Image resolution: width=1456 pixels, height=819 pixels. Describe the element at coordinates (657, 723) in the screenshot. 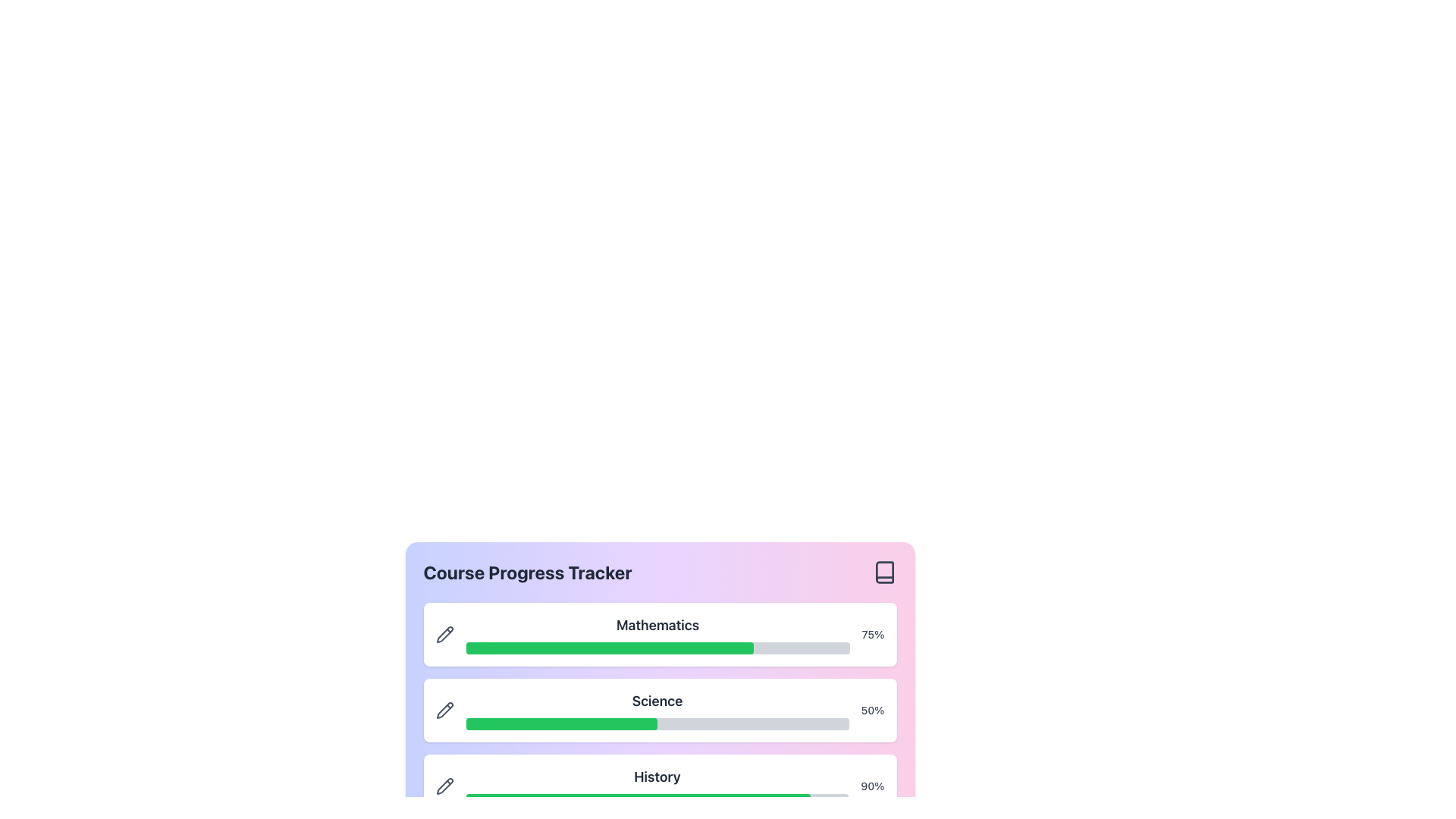

I see `the progress value of the progress bar under the 'Science' section, which visually indicates 50% progress with a green fill on a gray background` at that location.